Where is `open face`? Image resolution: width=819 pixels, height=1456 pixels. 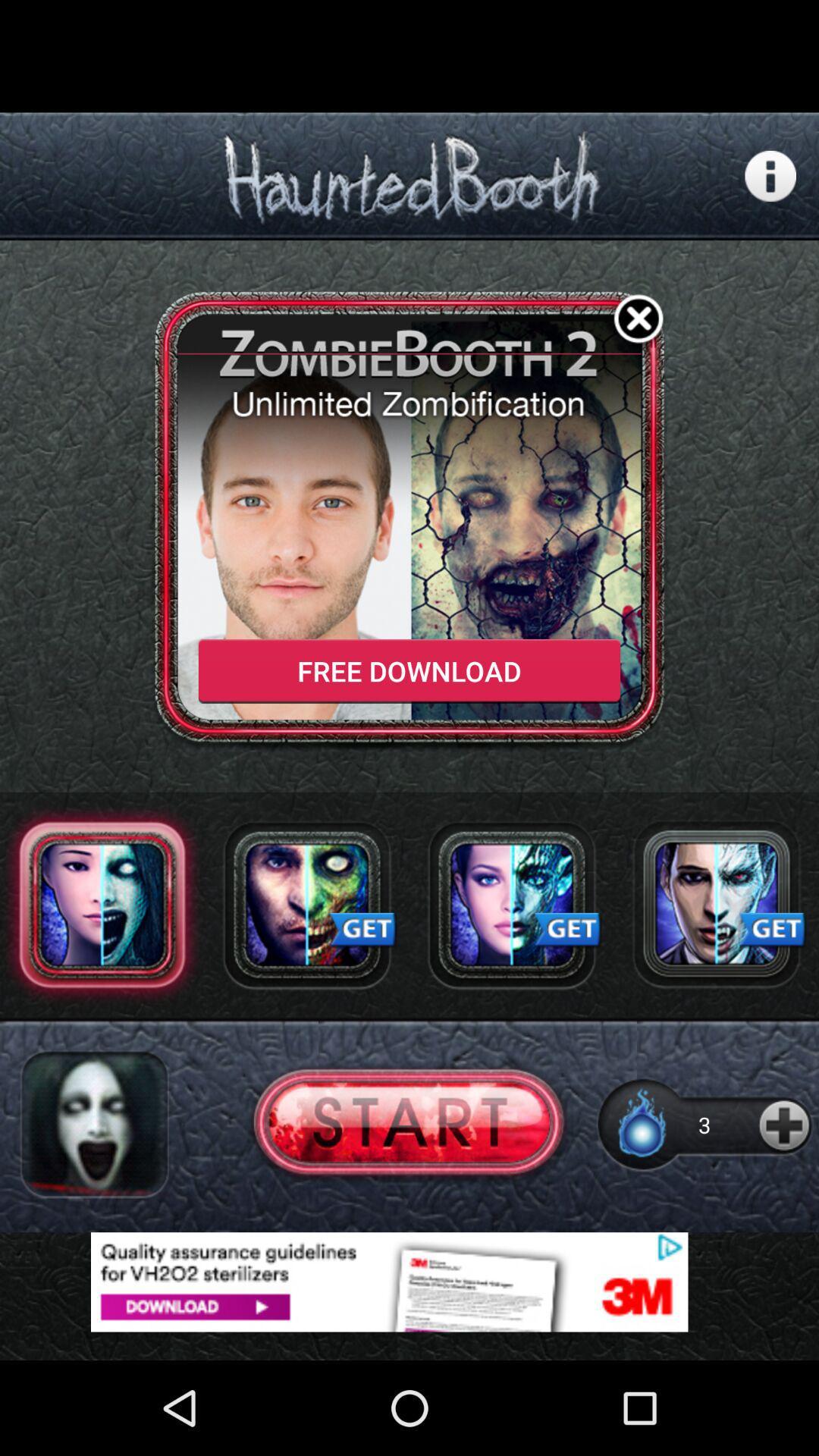
open face is located at coordinates (307, 905).